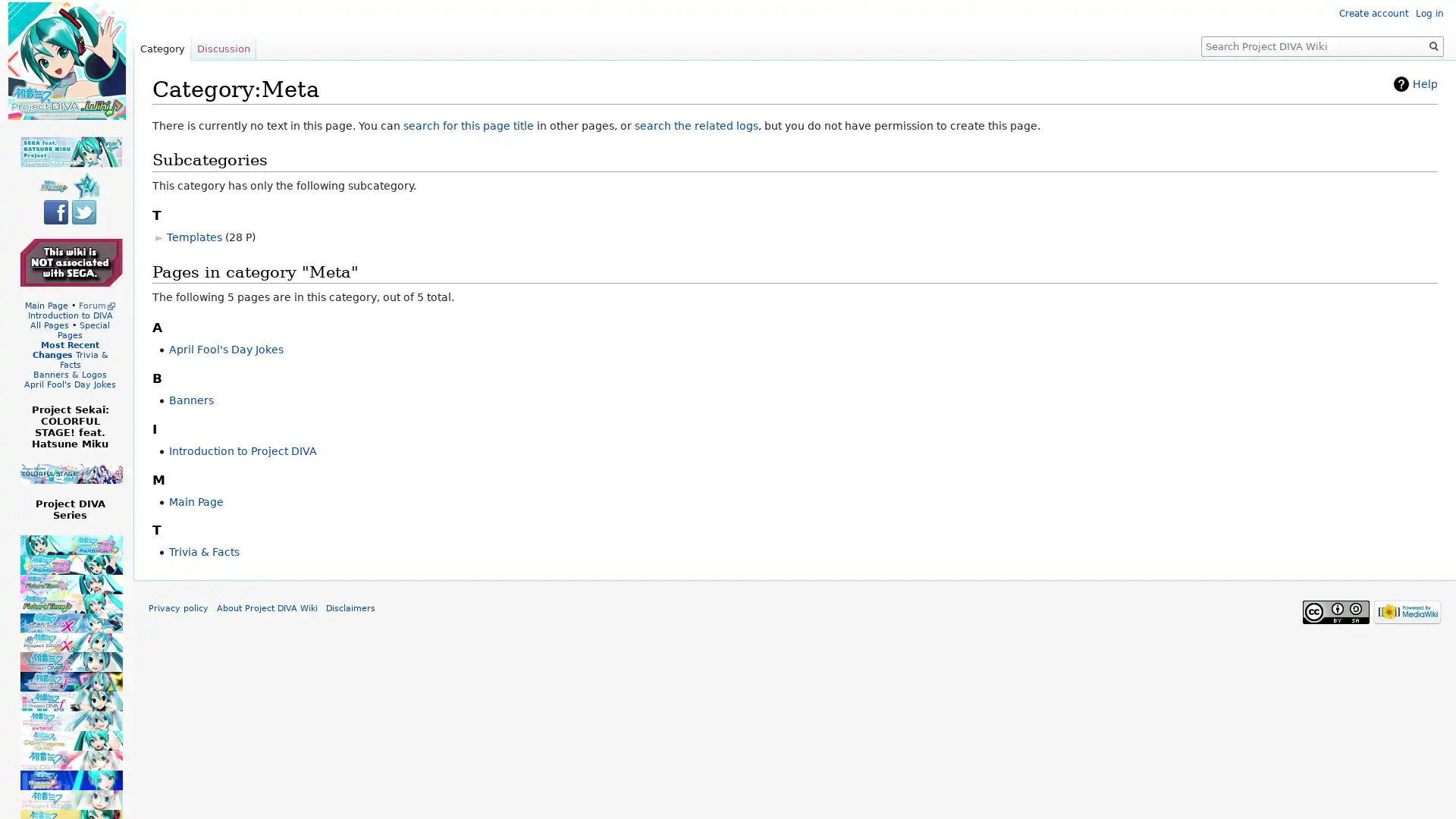 The image size is (1456, 819). What do you see at coordinates (1433, 45) in the screenshot?
I see `Go` at bounding box center [1433, 45].